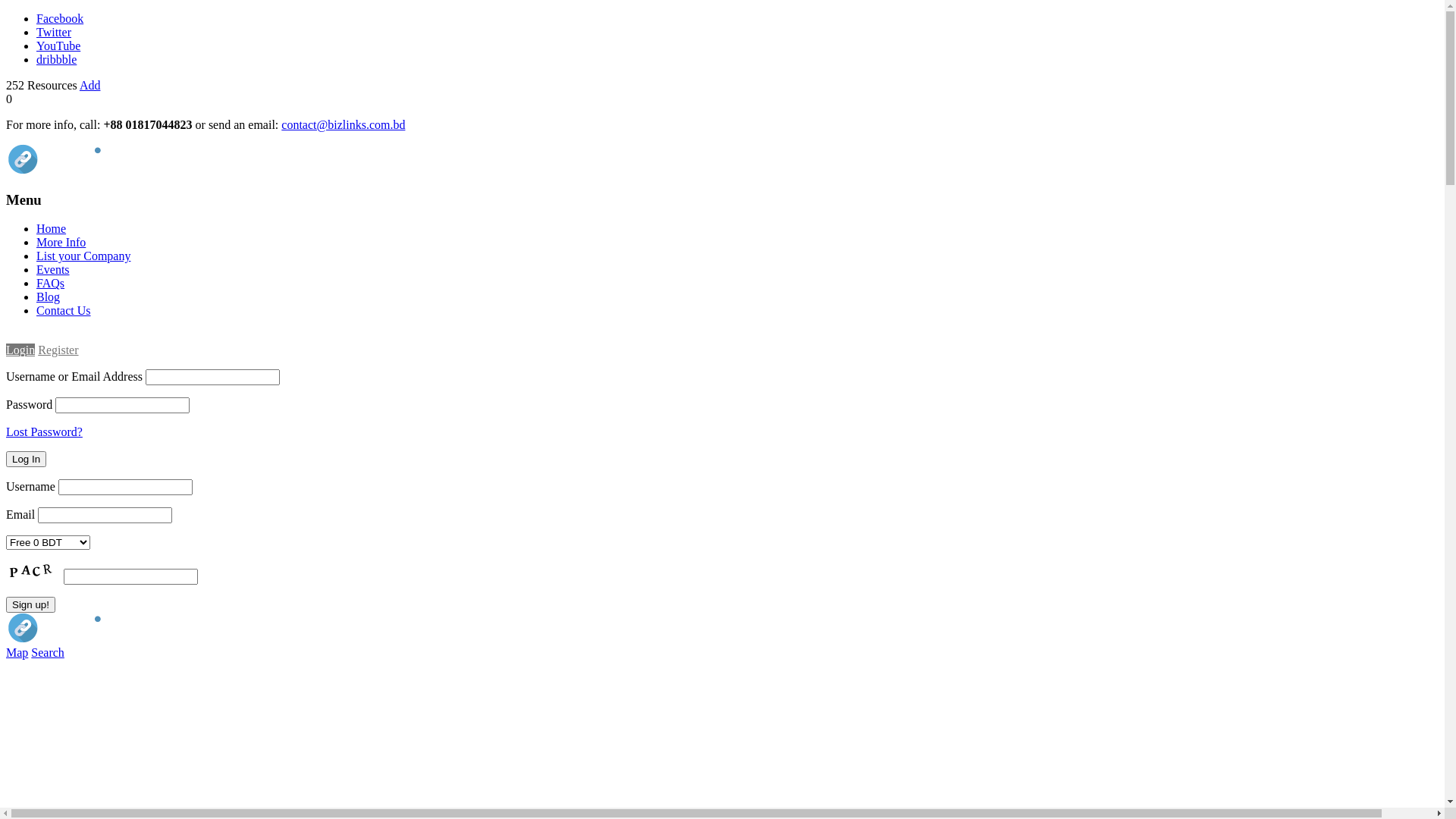 This screenshot has width=1456, height=819. What do you see at coordinates (54, 32) in the screenshot?
I see `'Twitter'` at bounding box center [54, 32].